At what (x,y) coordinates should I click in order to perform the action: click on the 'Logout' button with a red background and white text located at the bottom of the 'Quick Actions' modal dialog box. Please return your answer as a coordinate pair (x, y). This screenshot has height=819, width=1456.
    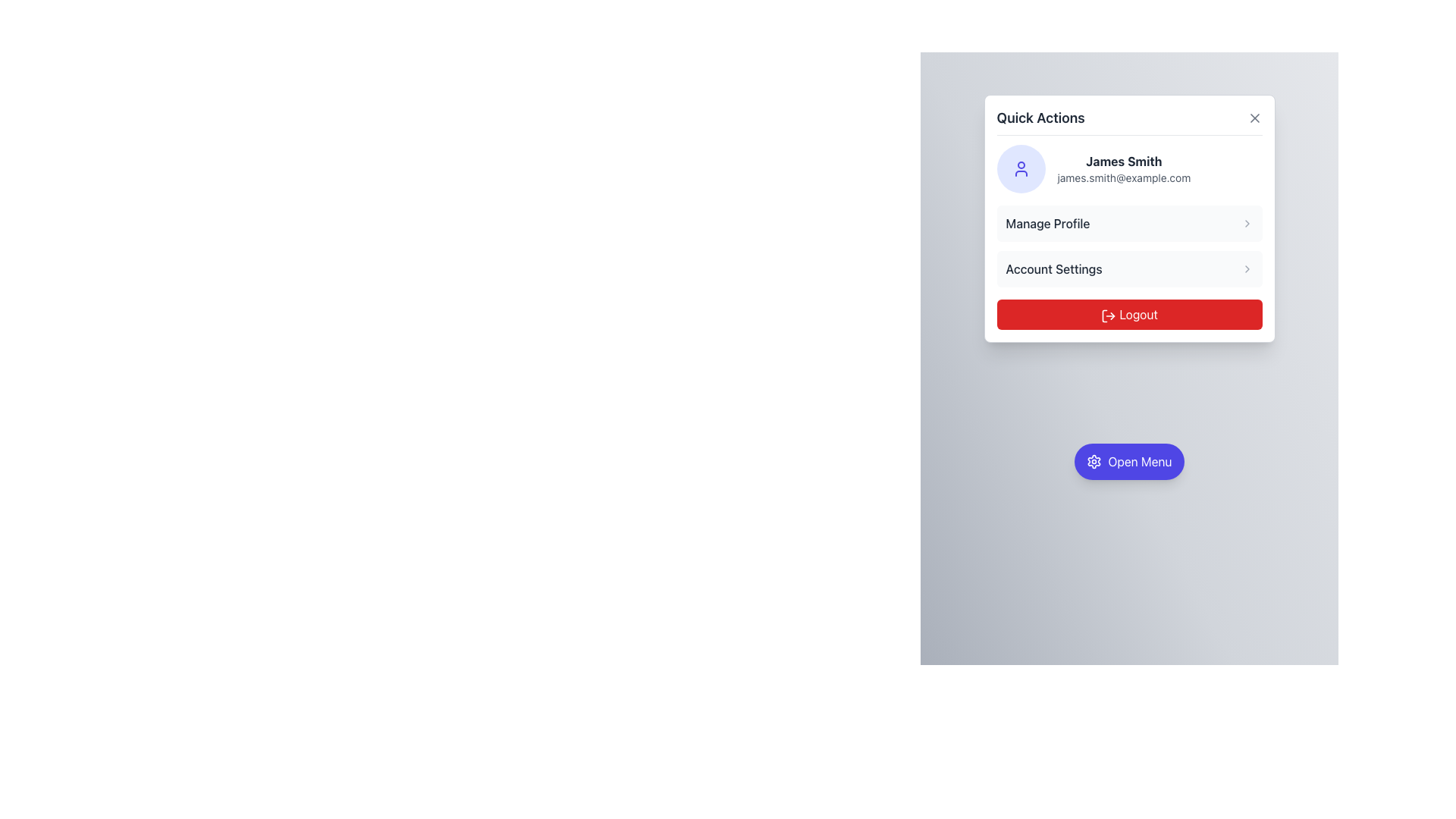
    Looking at the image, I should click on (1129, 314).